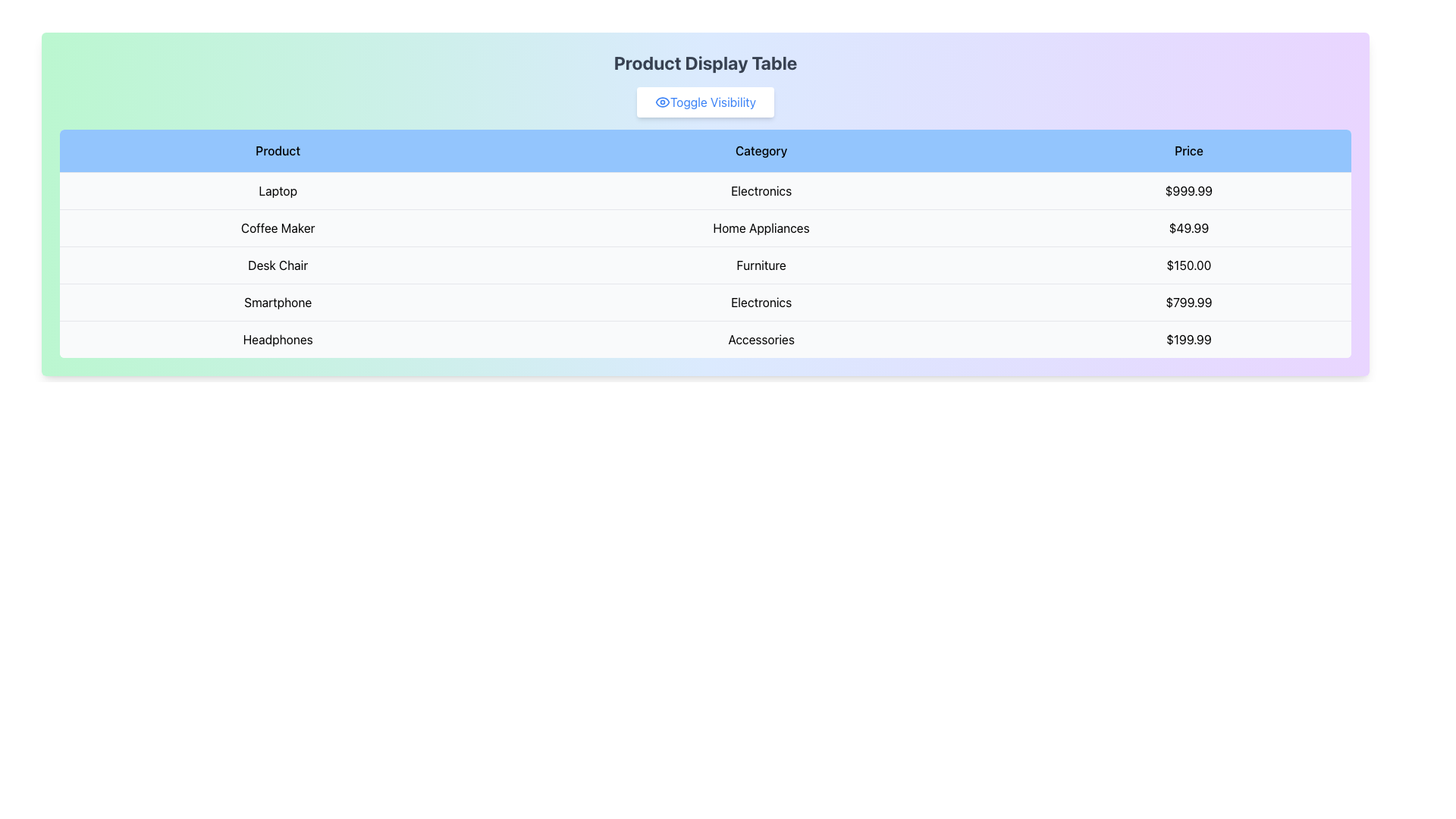 The height and width of the screenshot is (819, 1456). Describe the element at coordinates (704, 102) in the screenshot. I see `the button positioned below the header 'Product Display Table' to observe the hover effects` at that location.